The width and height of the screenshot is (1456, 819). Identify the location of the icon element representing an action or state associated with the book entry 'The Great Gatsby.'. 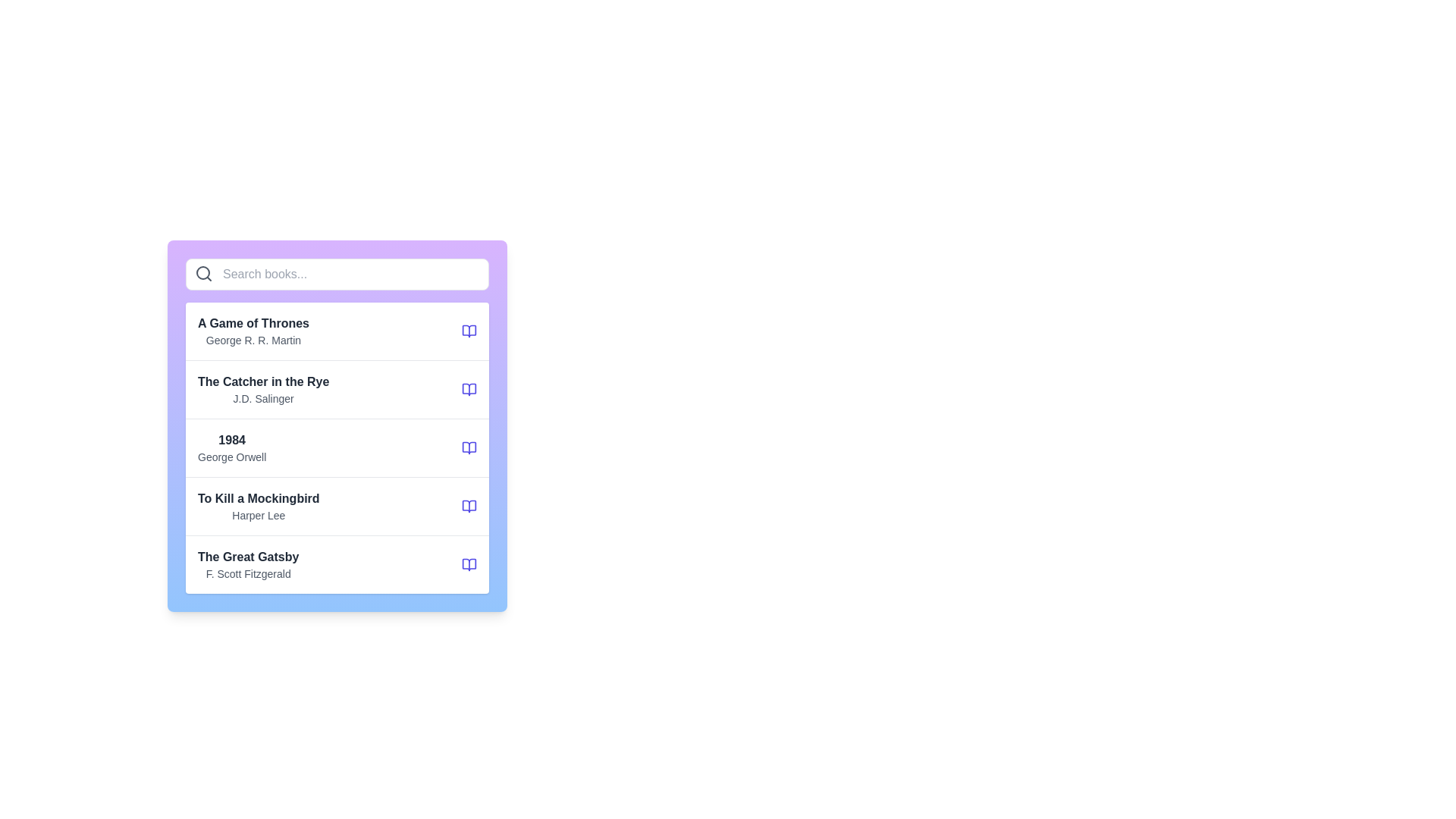
(469, 564).